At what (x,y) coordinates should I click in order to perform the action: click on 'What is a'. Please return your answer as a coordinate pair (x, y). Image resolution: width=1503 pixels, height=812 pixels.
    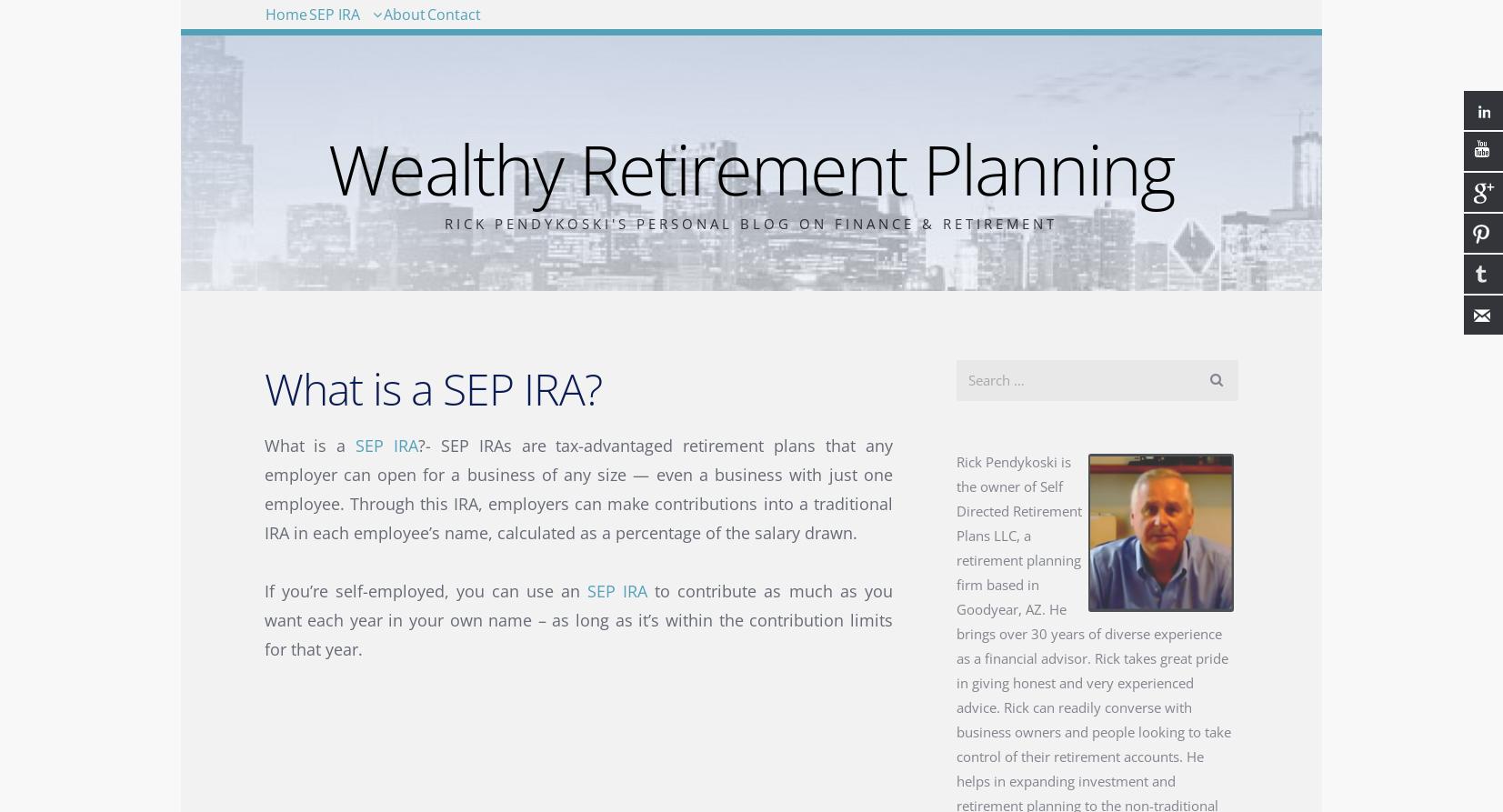
    Looking at the image, I should click on (308, 444).